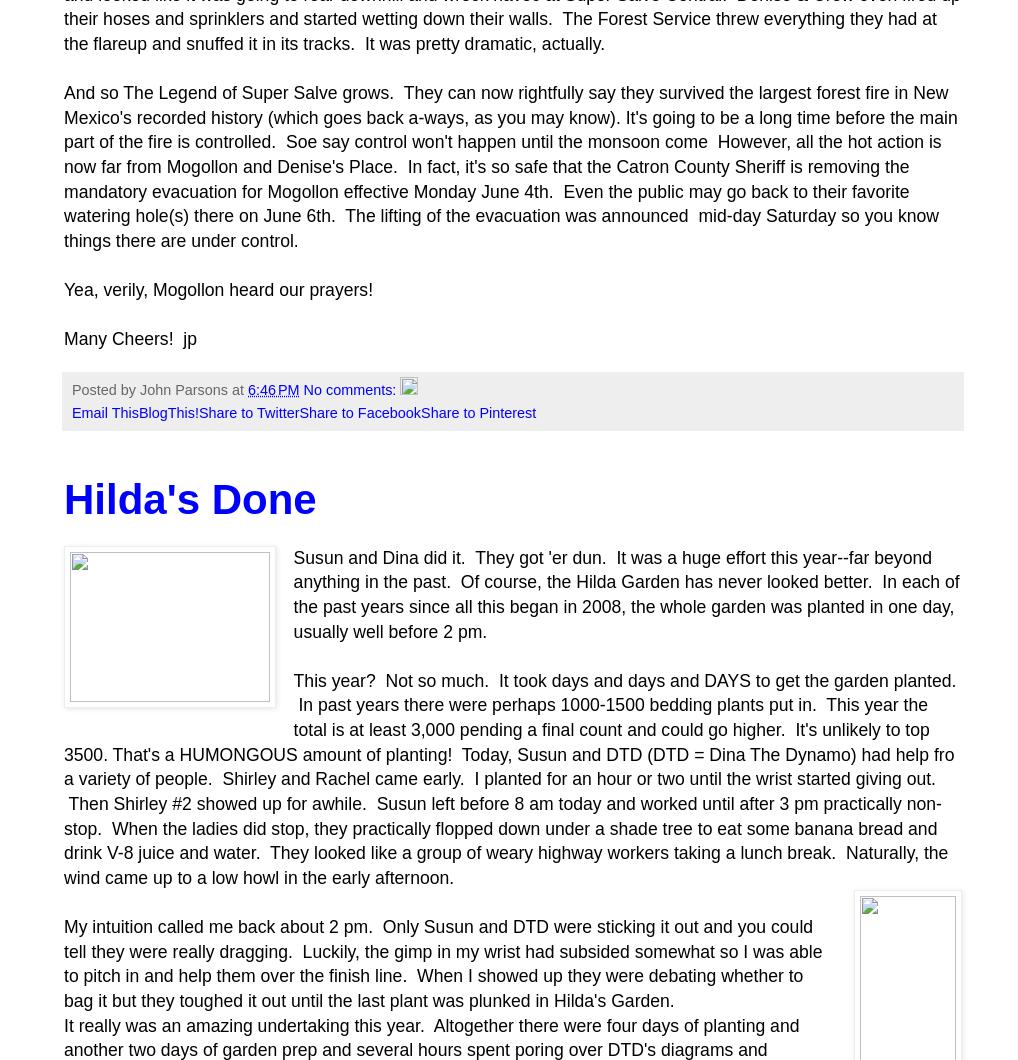 The width and height of the screenshot is (1018, 1060). Describe the element at coordinates (64, 777) in the screenshot. I see `'This year?  Not so much.  It took days and days and DAYS to get the garden planted.  In past years there were perhaps 1000-1500 bedding plants put in.  This year the total is at least 3,000 pending a final count and could go higher.  It's unlikely to top 3500. That's a HUMONGOUS amount of planting!  Today, Susun and DTD (DTD = Dina The Dynamo) had help fro a variety of people.  Shirley and Rachel came early.  I planted for an hour or two until the wrist started giving out.  Then Shirley #2 showed up for awhile.  Susun left before 8 am today and worked until after 3 pm practically non-stop.  When the ladies did stop, they practically flopped down under a shade tree to eat some banana bread and drink V-8 juice and water.  They looked like a group of weary highway workers taking a lunch break.  Naturally, the wind came up to a low howl in the early afternoon.'` at that location.